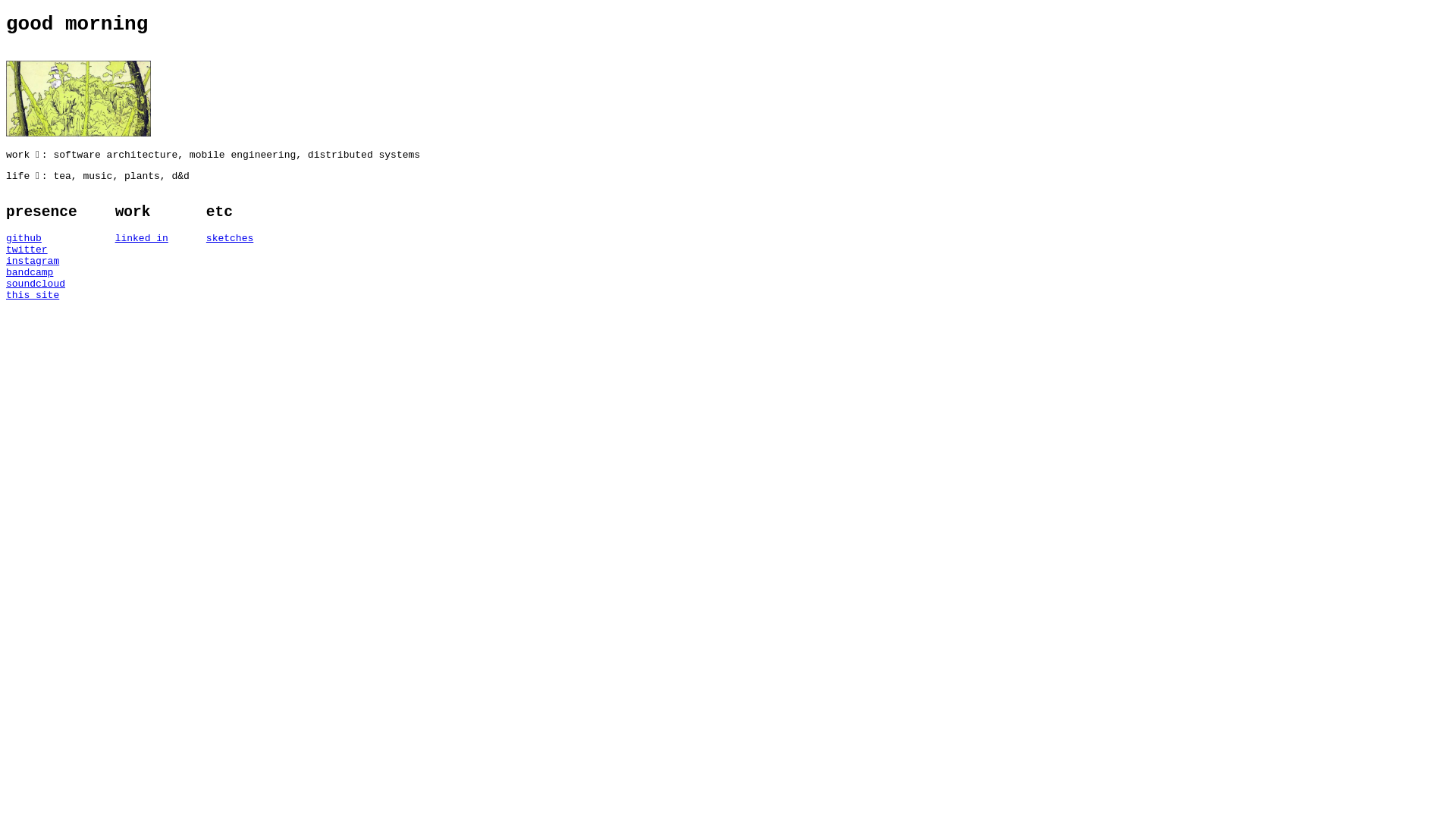  Describe the element at coordinates (41, 238) in the screenshot. I see `'github'` at that location.